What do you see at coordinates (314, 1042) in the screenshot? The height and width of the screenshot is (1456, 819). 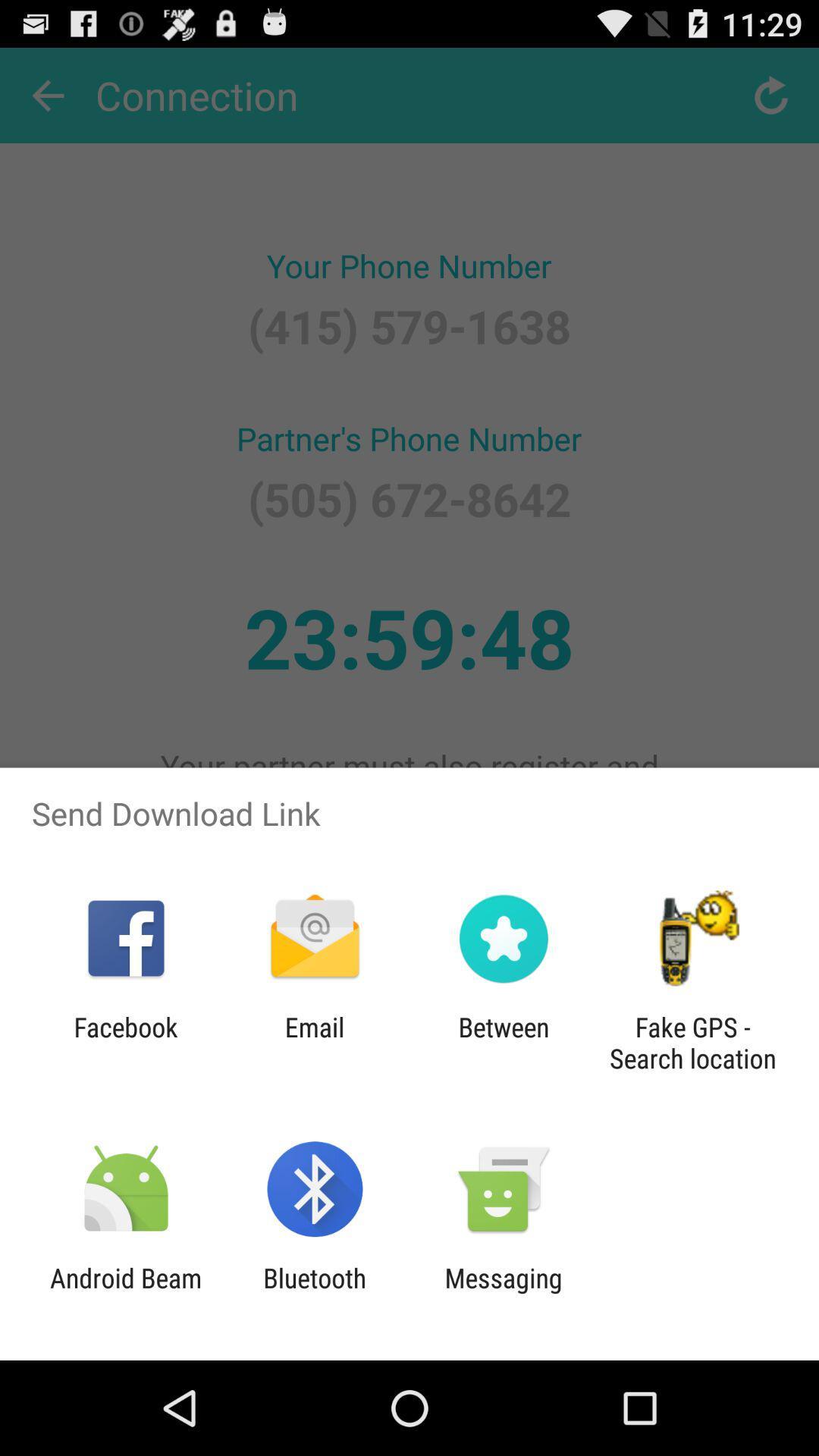 I see `the item to the left of the between item` at bounding box center [314, 1042].